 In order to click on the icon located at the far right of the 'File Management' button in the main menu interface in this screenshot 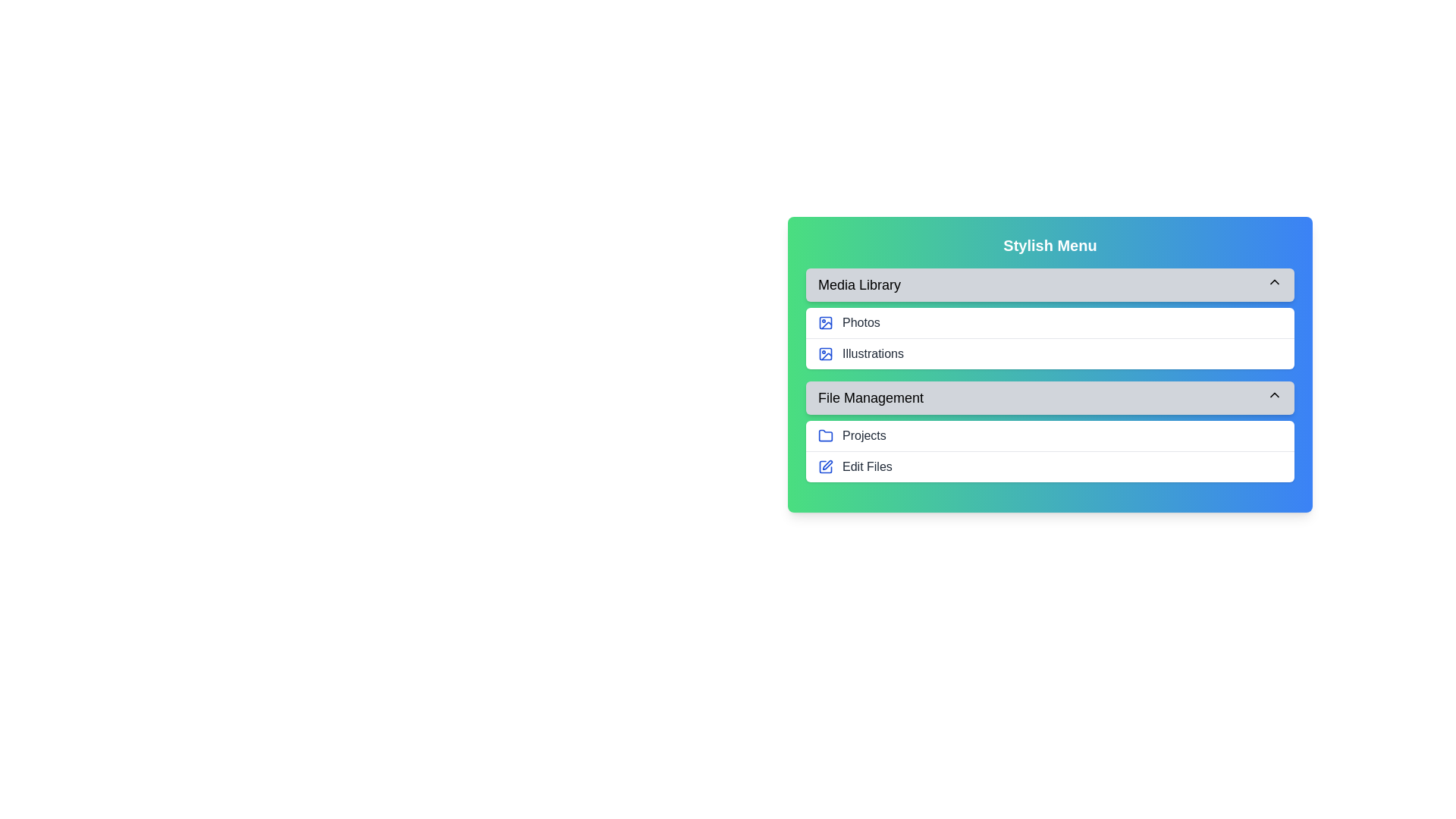, I will do `click(1274, 394)`.